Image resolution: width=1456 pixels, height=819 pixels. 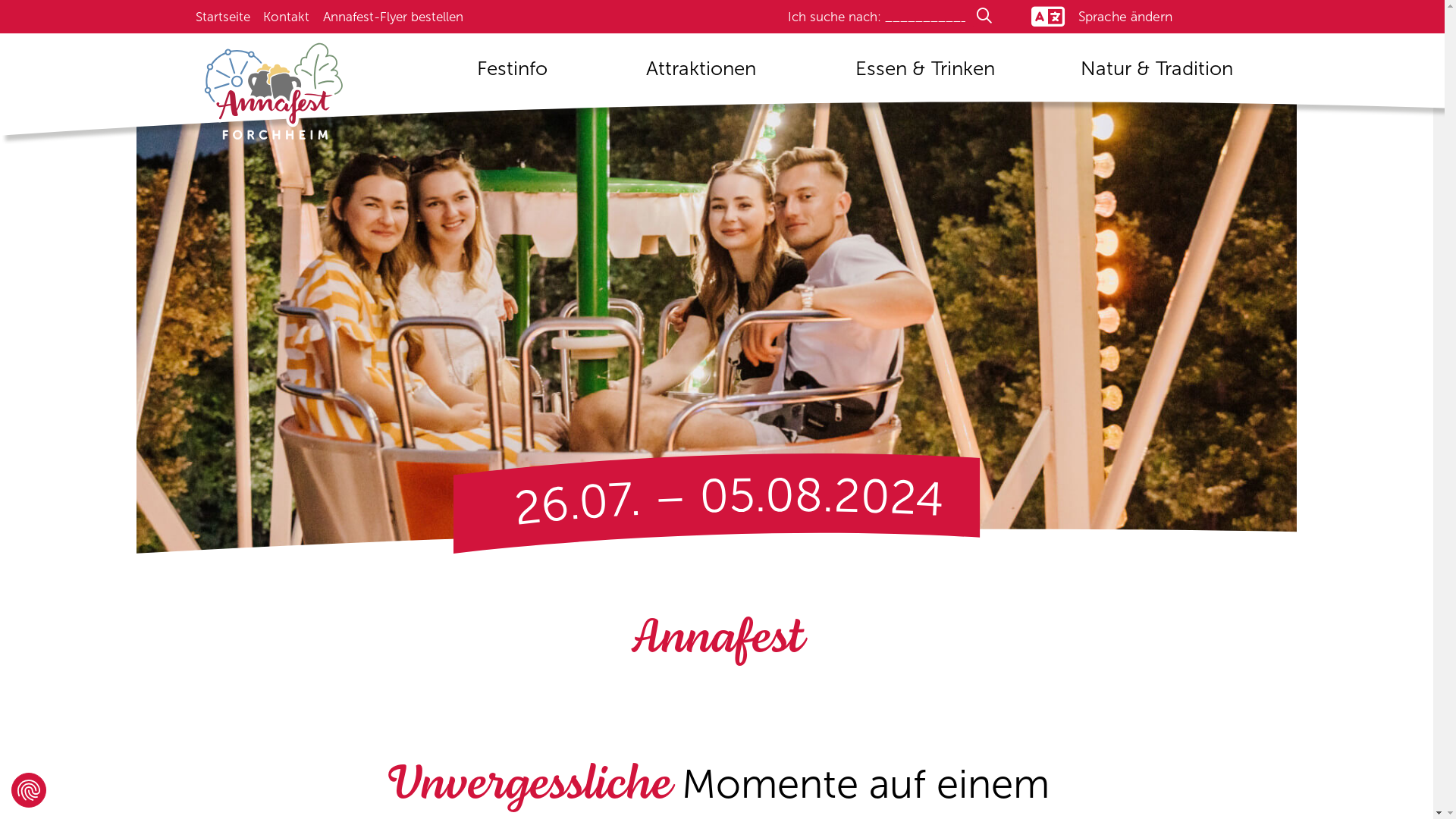 What do you see at coordinates (195, 17) in the screenshot?
I see `'Startseite'` at bounding box center [195, 17].